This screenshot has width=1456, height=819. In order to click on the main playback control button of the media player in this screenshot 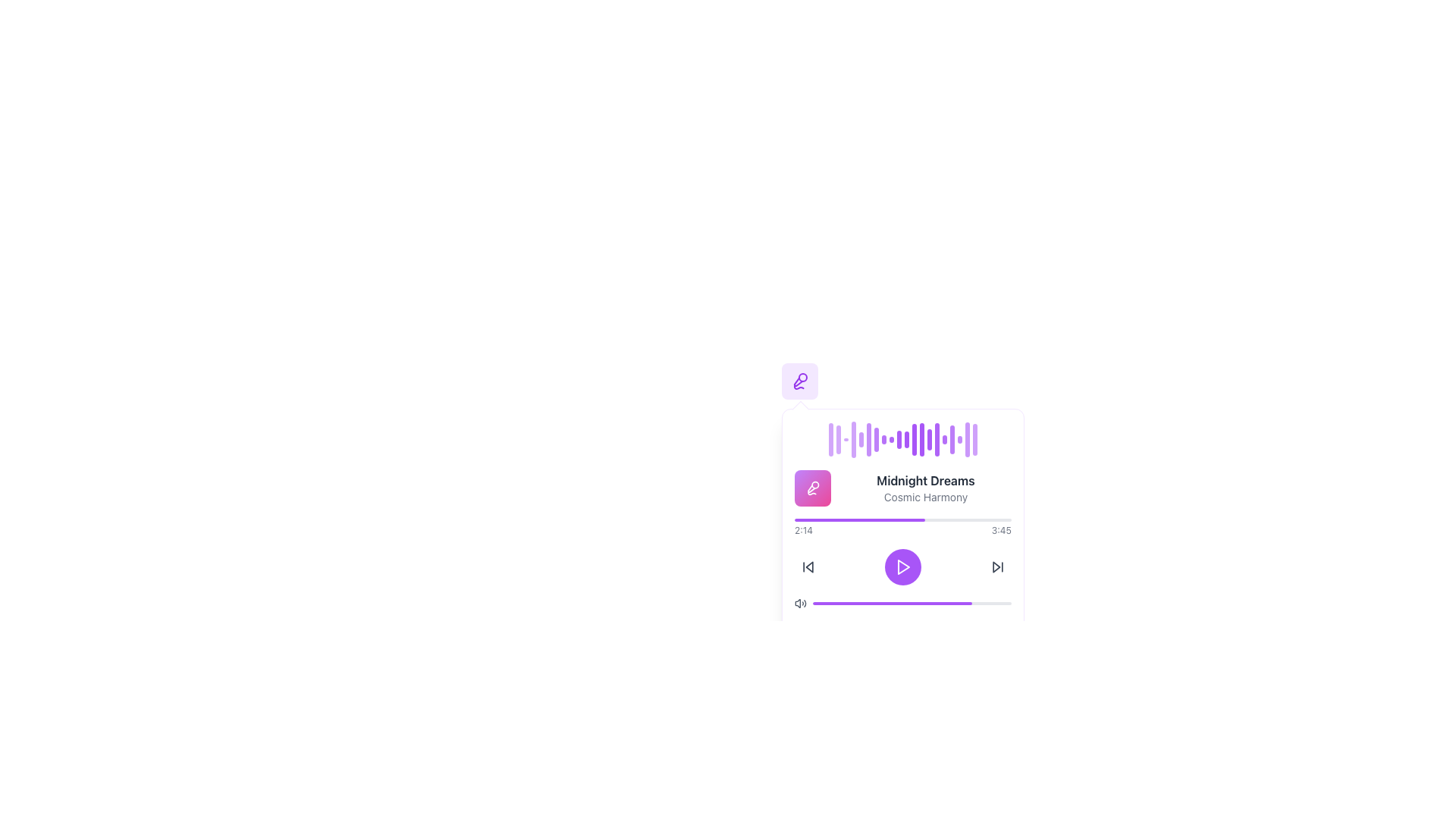, I will do `click(902, 567)`.